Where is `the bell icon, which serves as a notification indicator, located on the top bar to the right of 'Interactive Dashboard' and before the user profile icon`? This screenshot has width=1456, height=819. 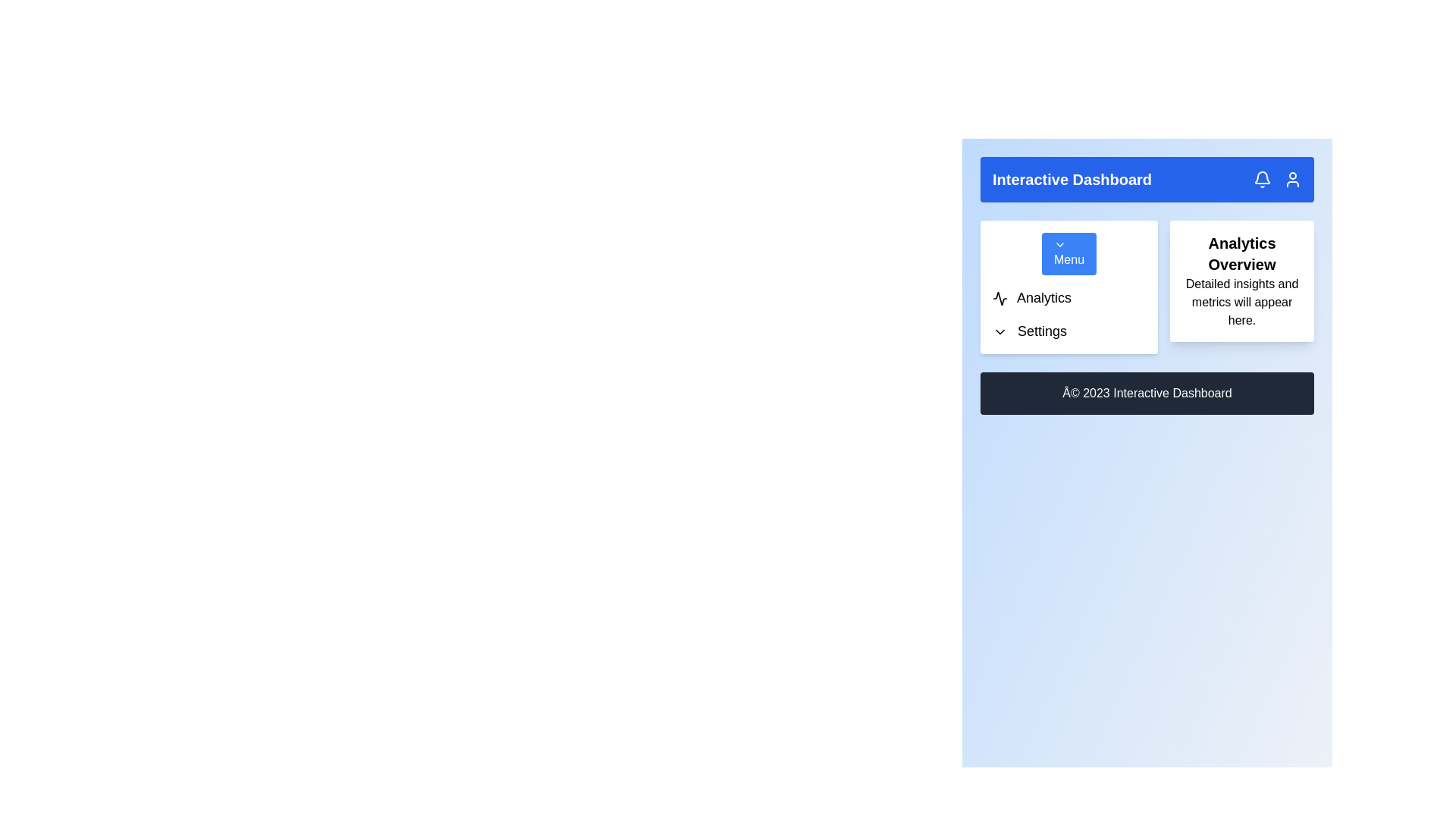 the bell icon, which serves as a notification indicator, located on the top bar to the right of 'Interactive Dashboard' and before the user profile icon is located at coordinates (1263, 177).